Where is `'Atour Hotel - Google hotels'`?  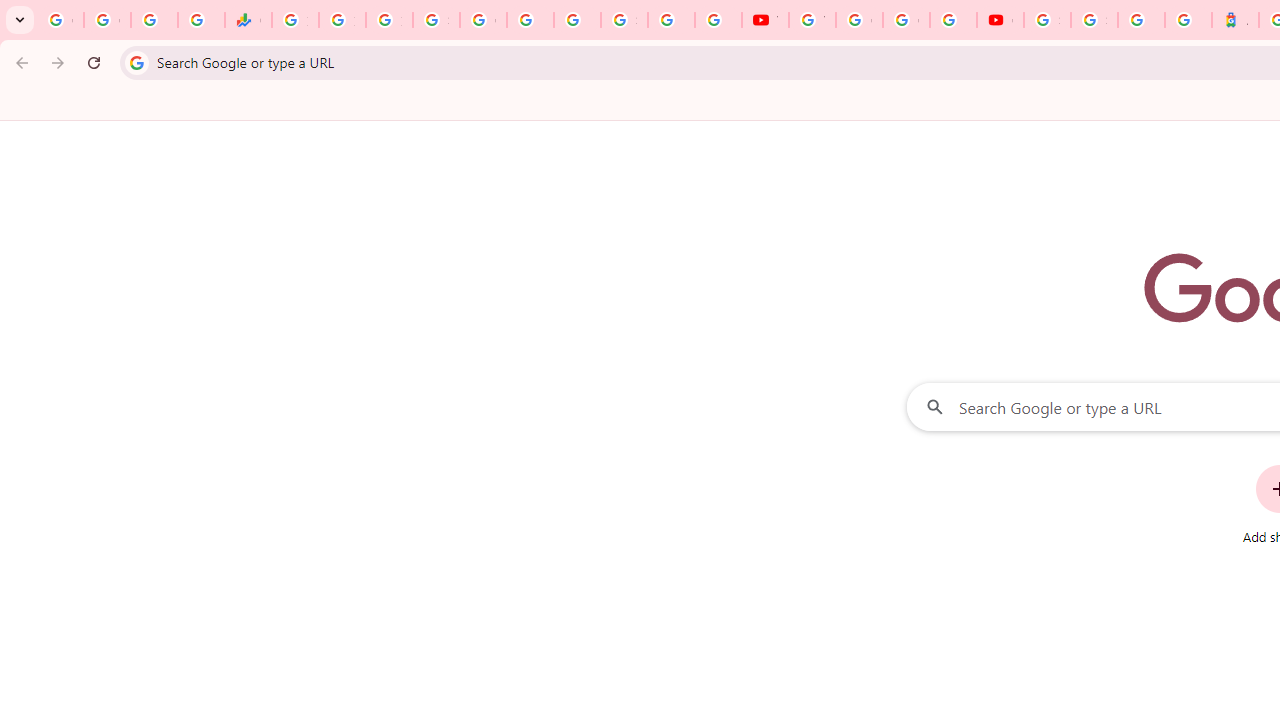 'Atour Hotel - Google hotels' is located at coordinates (1234, 20).